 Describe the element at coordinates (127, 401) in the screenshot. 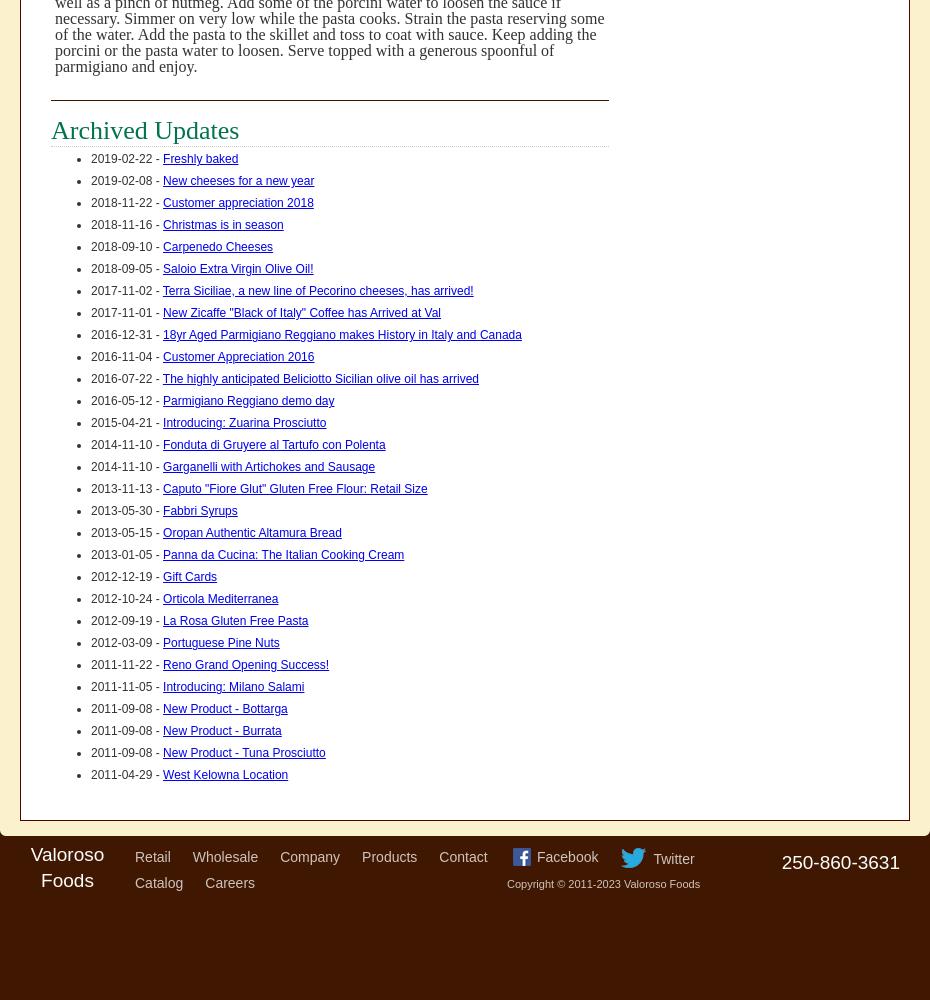

I see `'2016-05-12 -'` at that location.